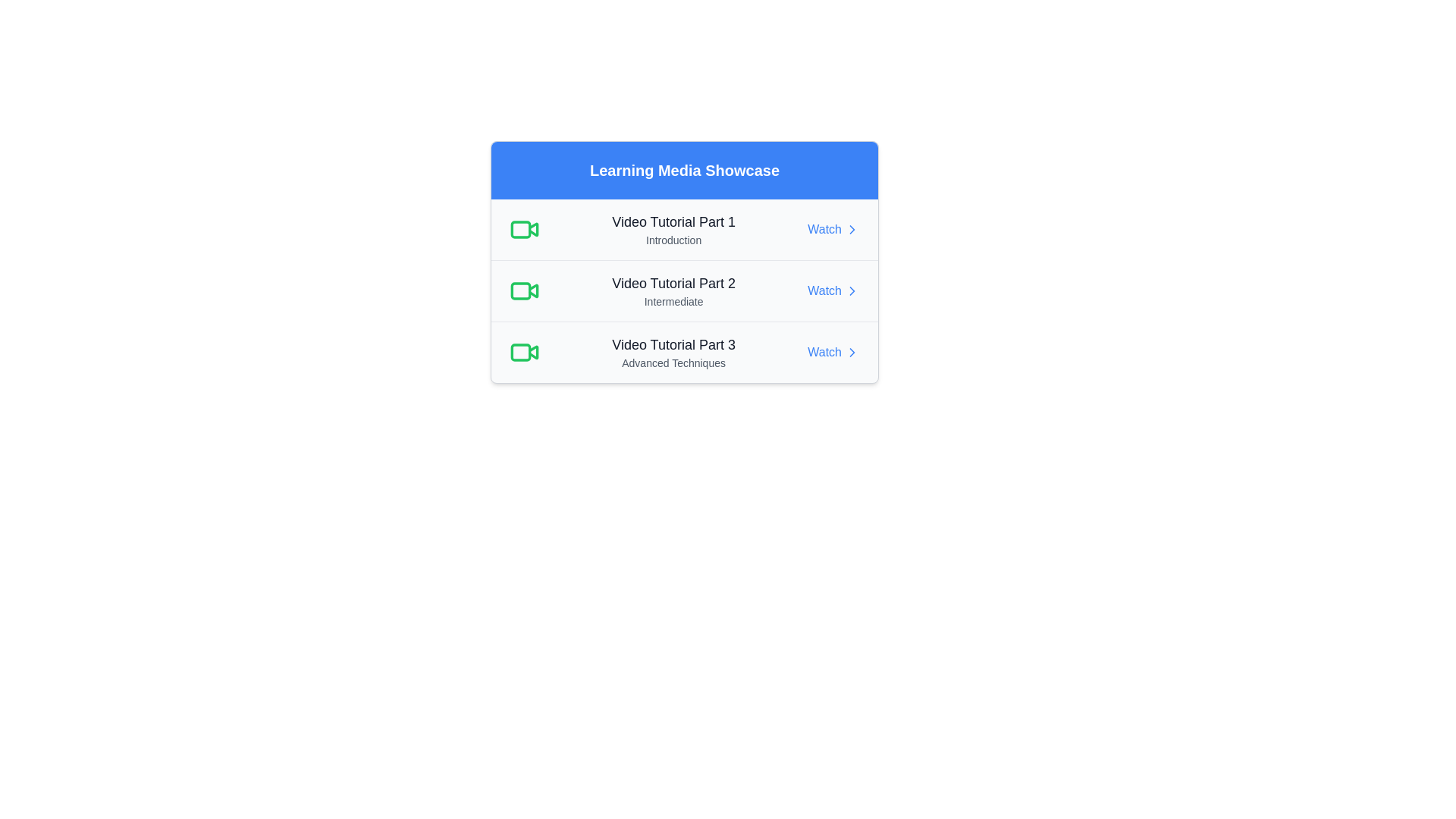 The width and height of the screenshot is (1456, 819). Describe the element at coordinates (833, 291) in the screenshot. I see `the blue text link labeled 'Watch' with an adjacent rightward arrow icon to activate the underline effect` at that location.